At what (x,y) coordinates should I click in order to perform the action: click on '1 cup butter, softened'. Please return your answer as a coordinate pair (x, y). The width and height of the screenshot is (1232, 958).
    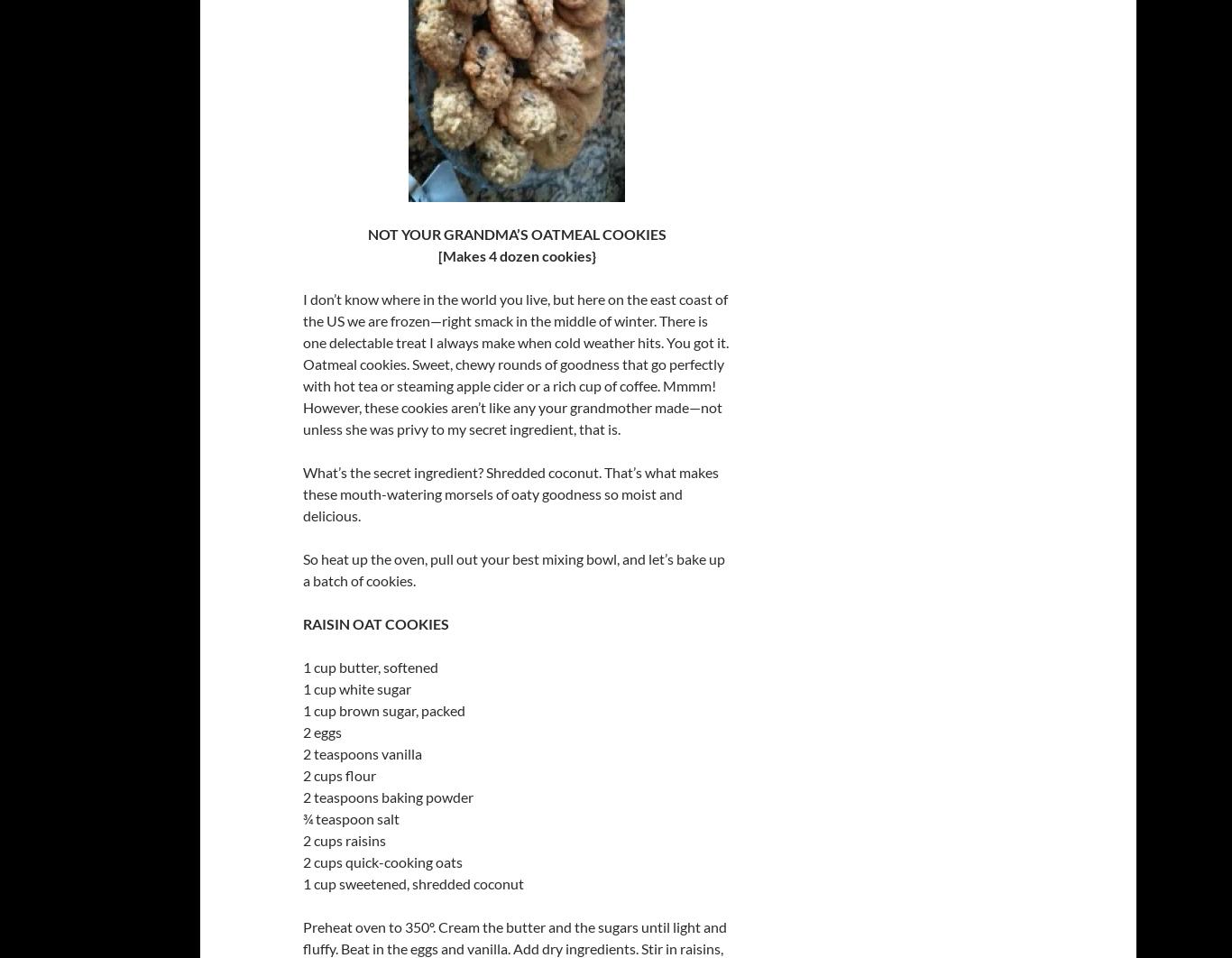
    Looking at the image, I should click on (370, 667).